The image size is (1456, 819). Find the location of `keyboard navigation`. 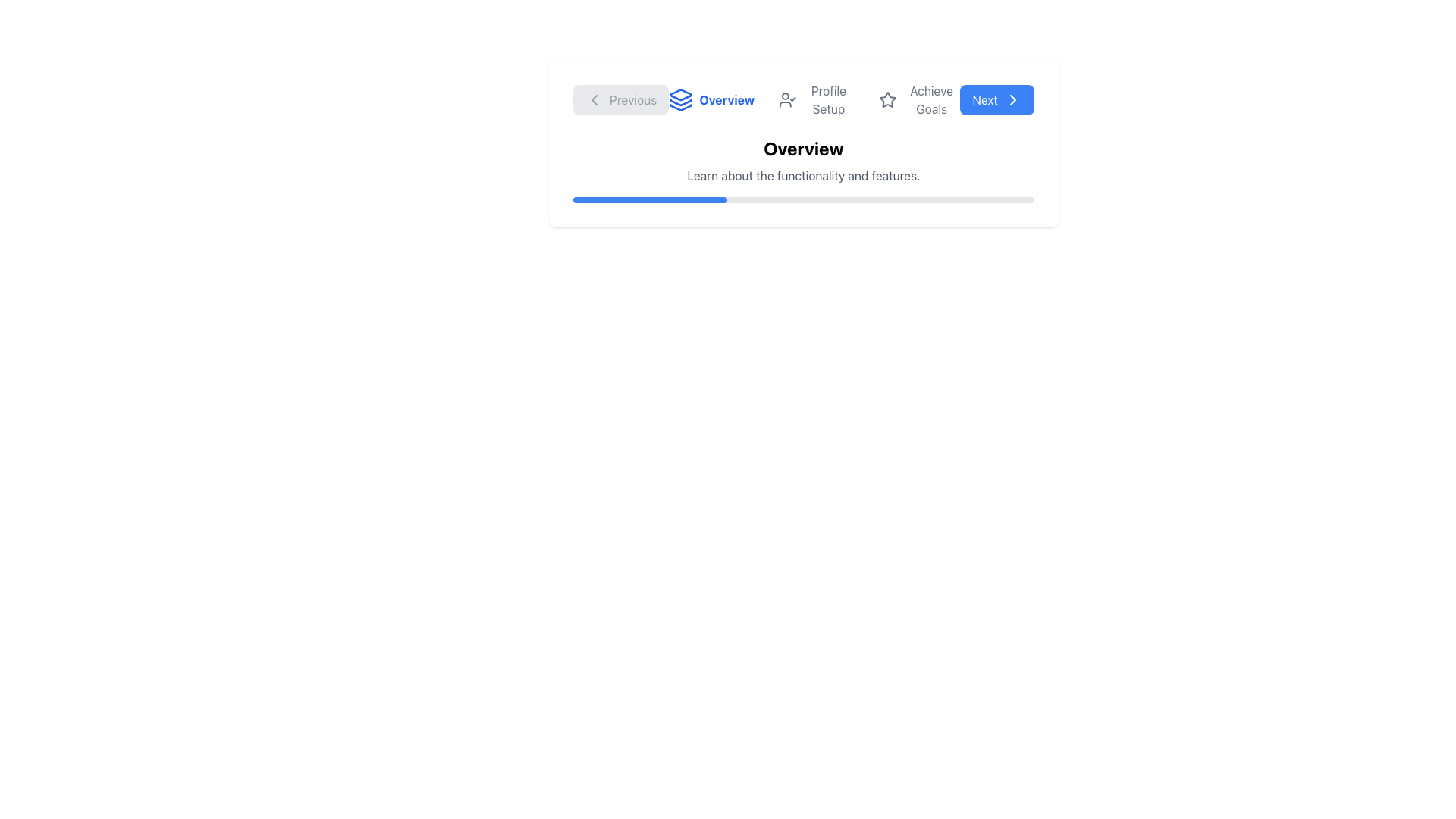

keyboard navigation is located at coordinates (803, 99).